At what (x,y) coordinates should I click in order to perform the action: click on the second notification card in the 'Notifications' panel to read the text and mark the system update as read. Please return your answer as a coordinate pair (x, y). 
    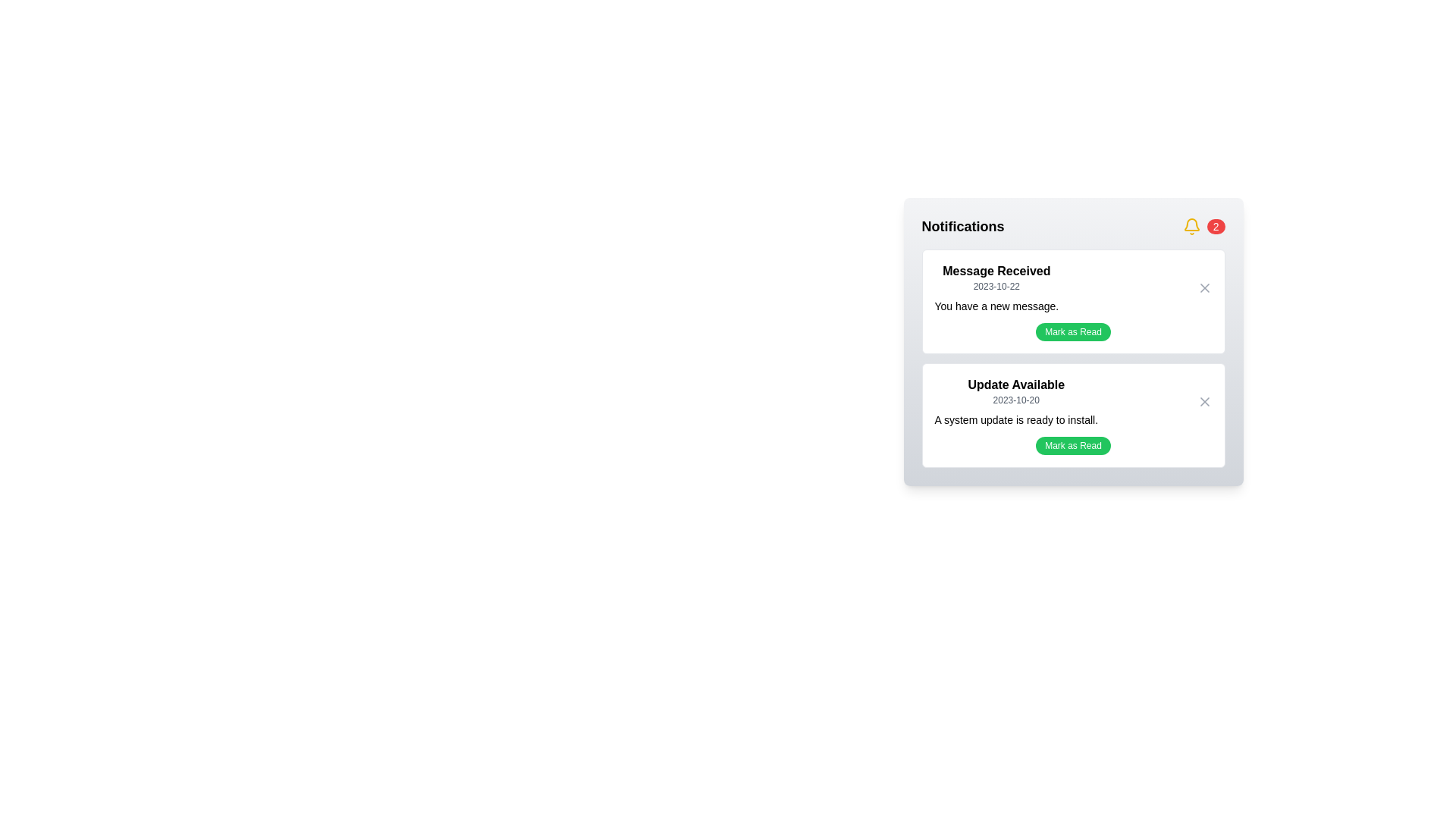
    Looking at the image, I should click on (1072, 415).